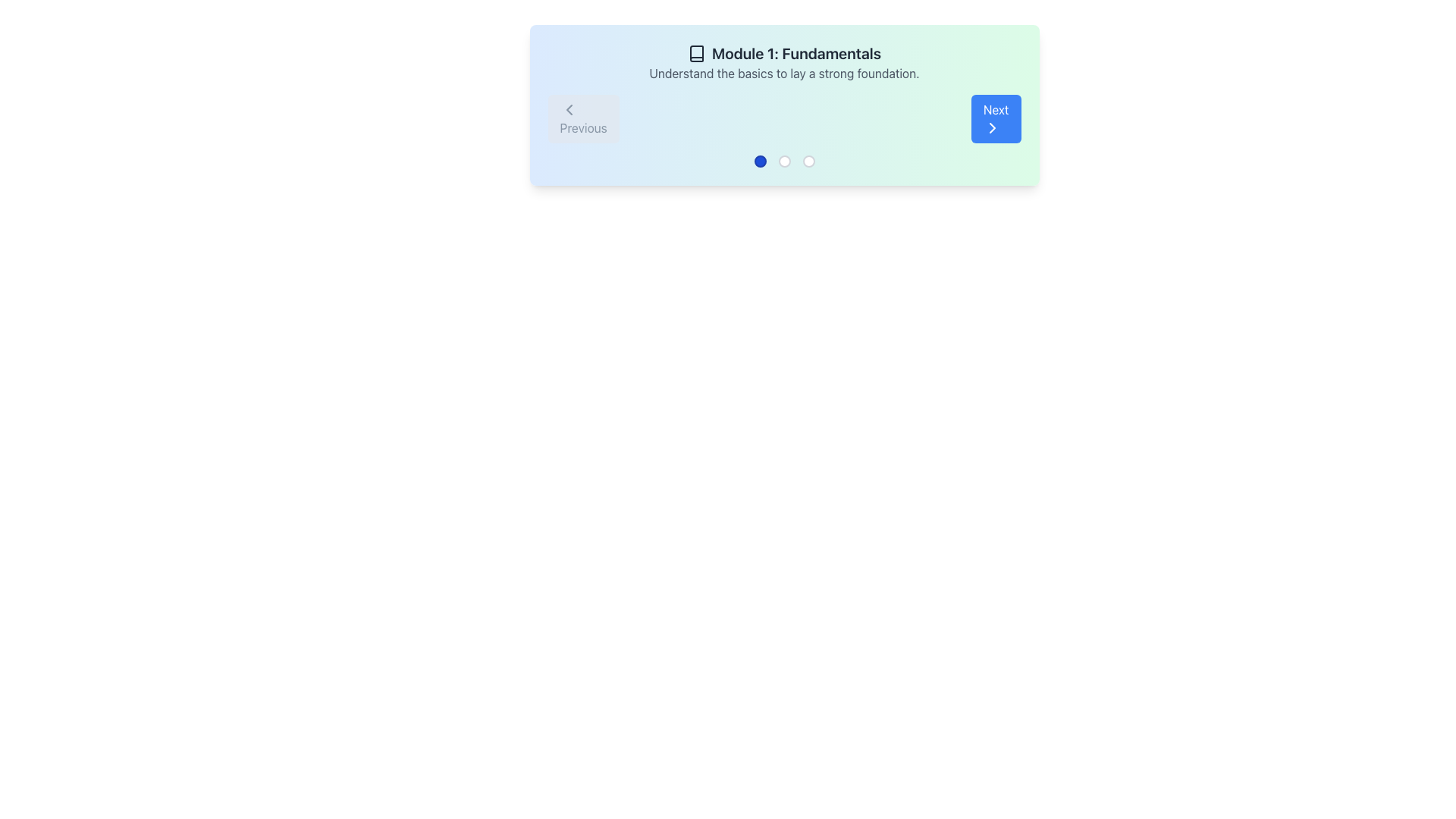  I want to click on the left navigation SVG icon located at the center-left of the 'Previous' button in the horizontal navigation header, so click(568, 109).